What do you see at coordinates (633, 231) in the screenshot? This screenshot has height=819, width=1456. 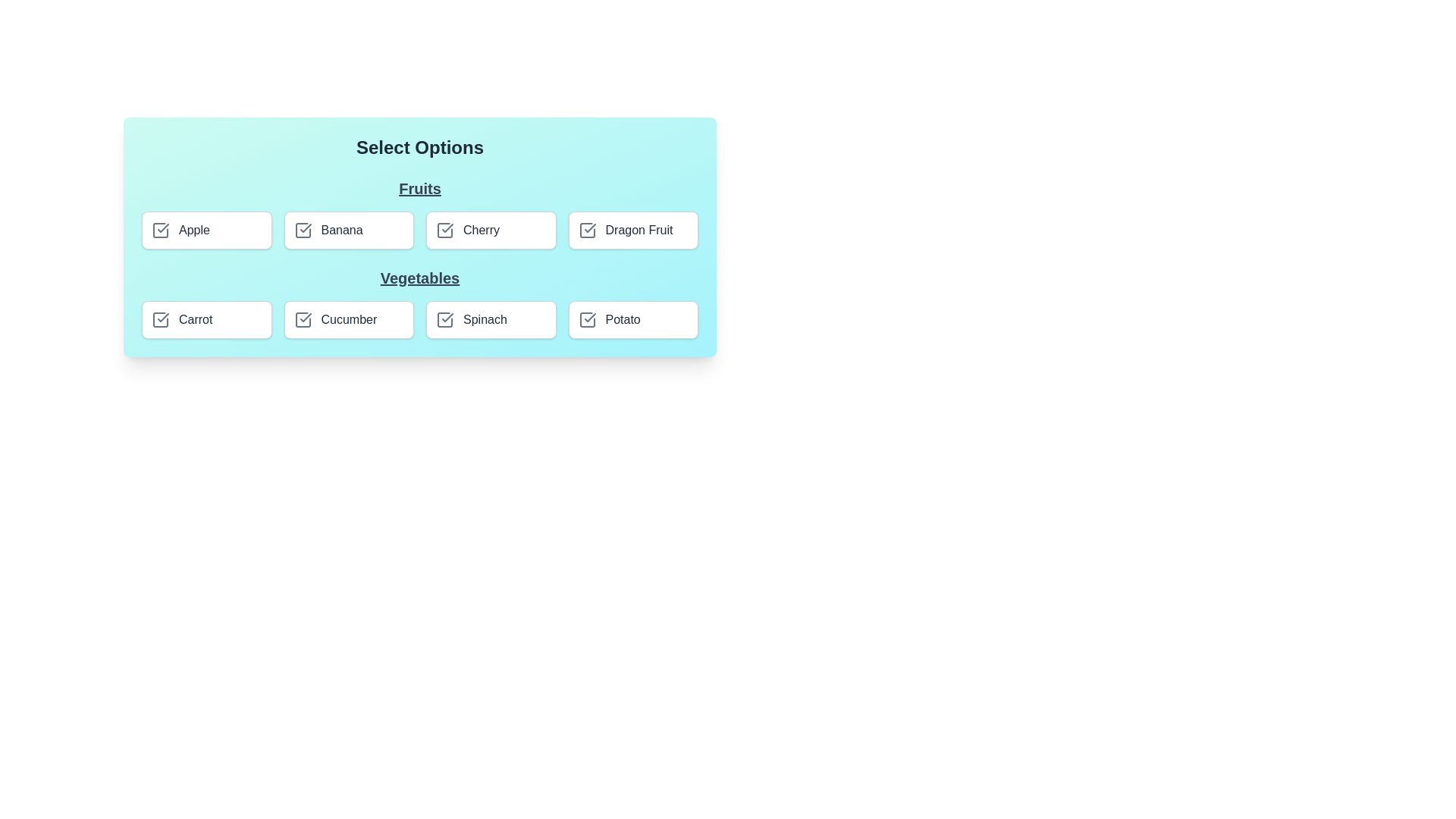 I see `the selectable option for 'Dragon Fruit' using keyboard navigation` at bounding box center [633, 231].